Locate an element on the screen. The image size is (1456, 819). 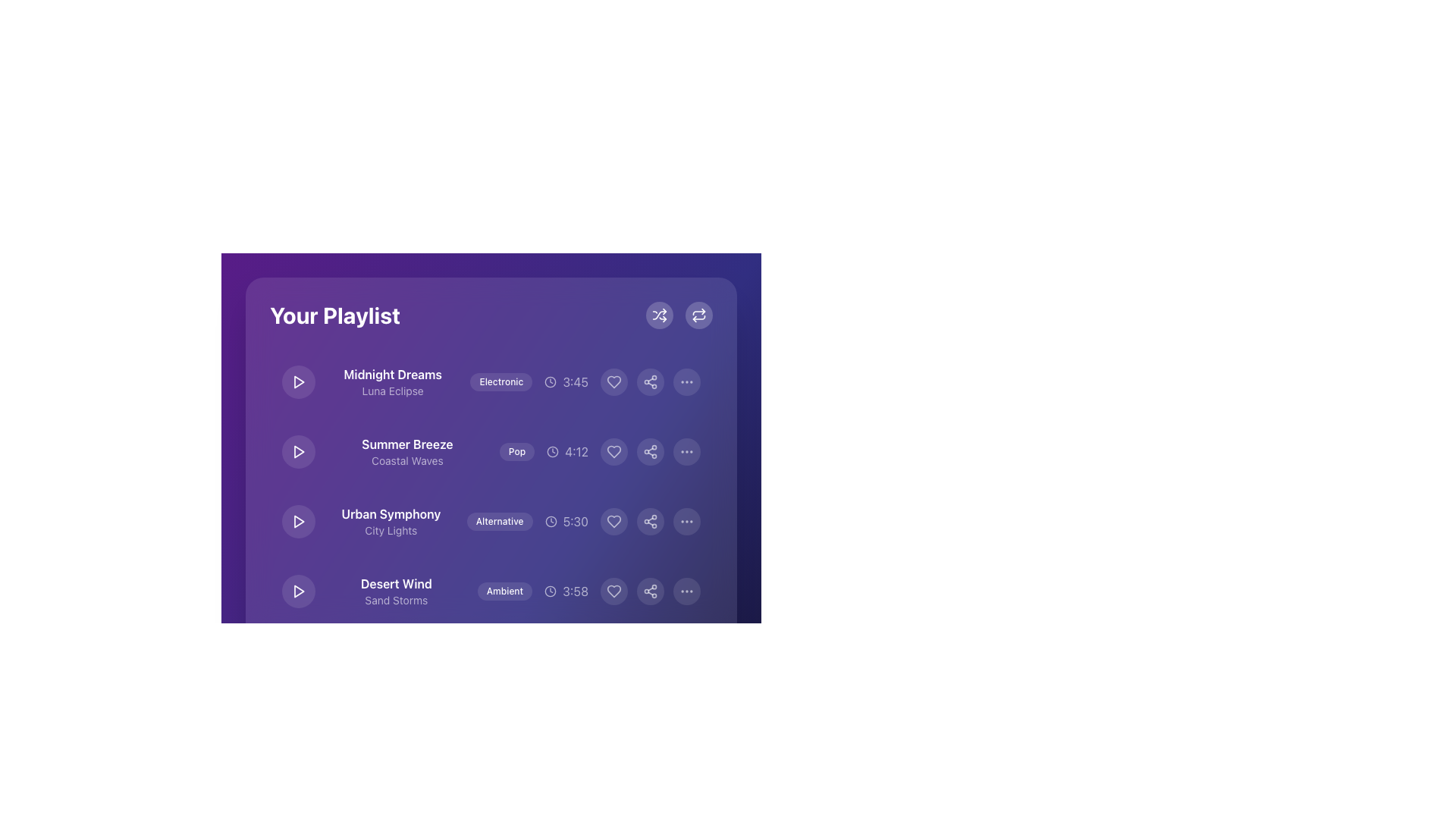
the first button in the action buttons of the first item in the playlist to like the associated song is located at coordinates (614, 381).